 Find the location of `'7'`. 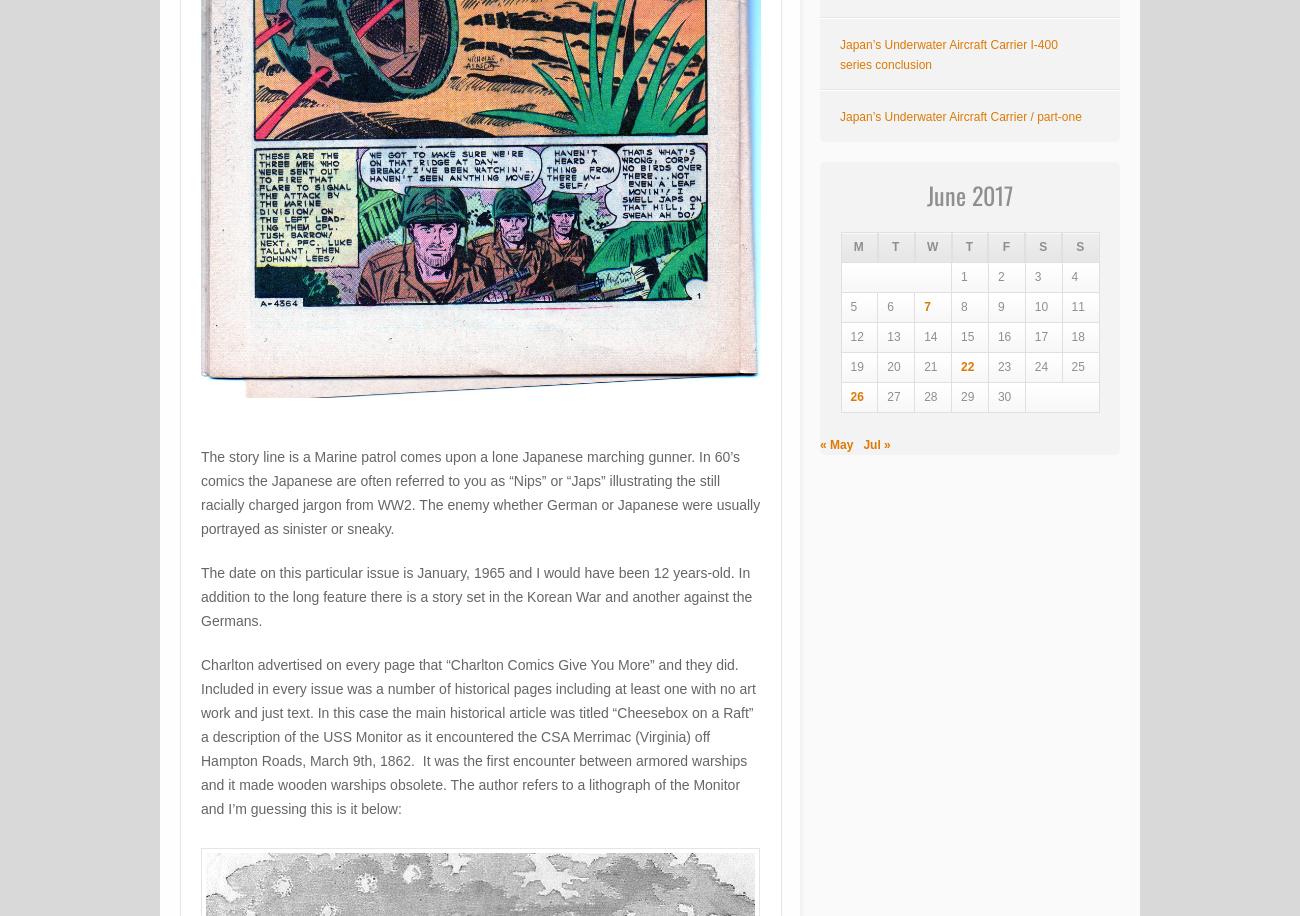

'7' is located at coordinates (927, 306).